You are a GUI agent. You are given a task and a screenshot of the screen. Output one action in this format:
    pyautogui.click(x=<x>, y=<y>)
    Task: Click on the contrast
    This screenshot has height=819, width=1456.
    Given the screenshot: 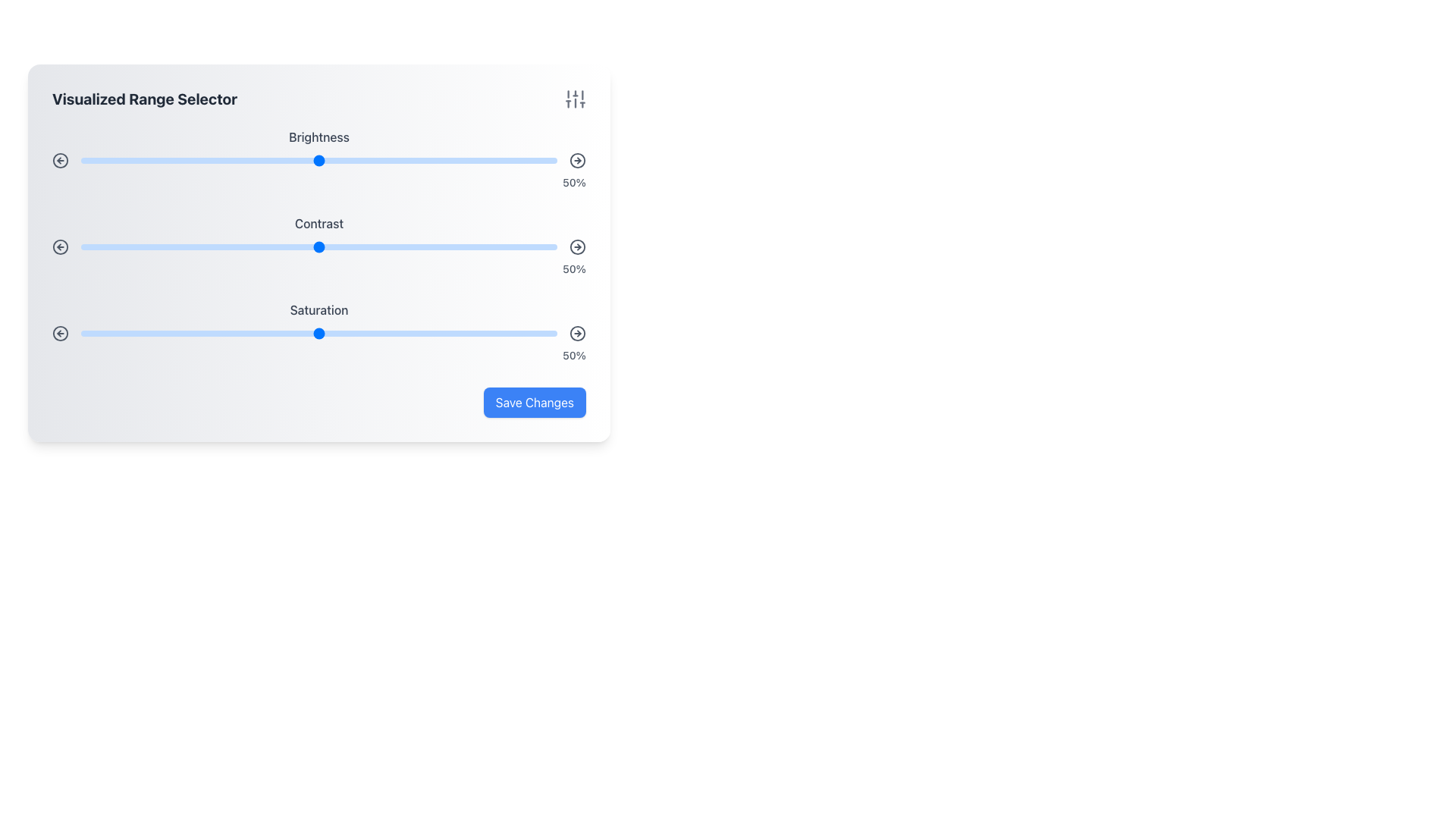 What is the action you would take?
    pyautogui.click(x=504, y=246)
    